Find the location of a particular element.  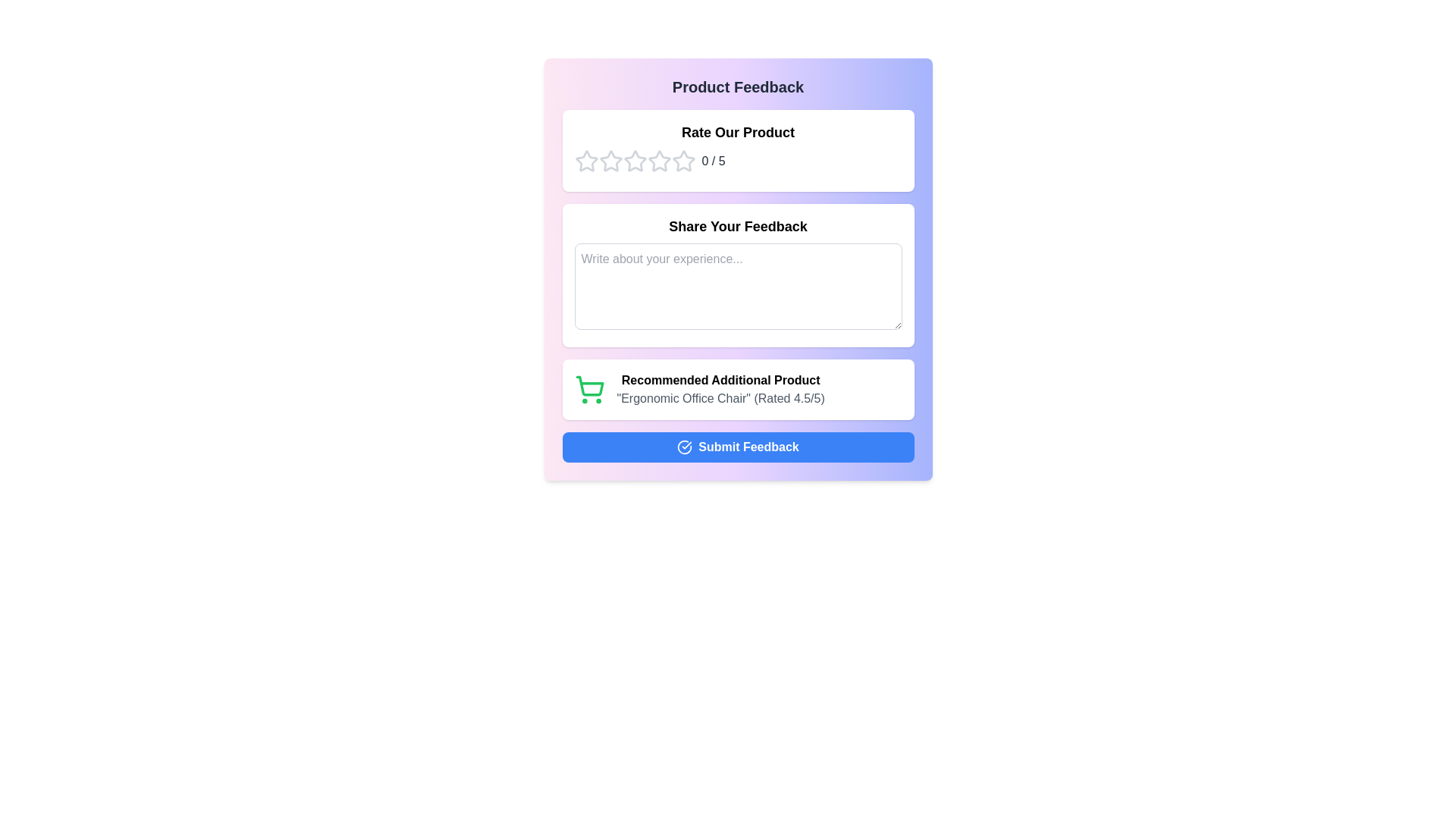

the second star icon in the five-star rating system is located at coordinates (659, 161).